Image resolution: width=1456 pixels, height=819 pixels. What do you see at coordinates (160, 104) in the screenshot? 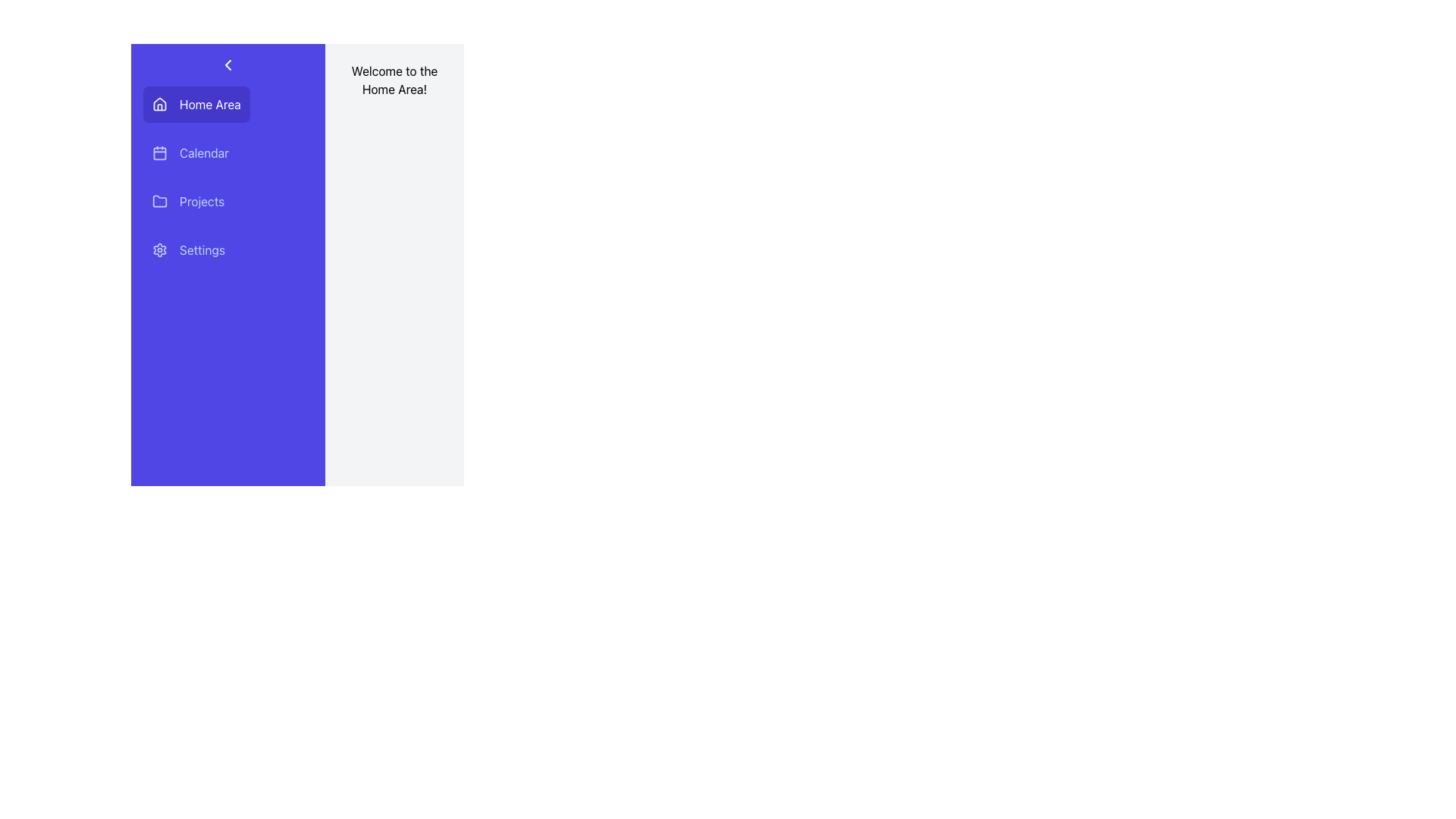
I see `the home icon located in the top-left portion of the app interface, which is positioned to the left of the 'Home Area' text within a rounded rectangle button` at bounding box center [160, 104].